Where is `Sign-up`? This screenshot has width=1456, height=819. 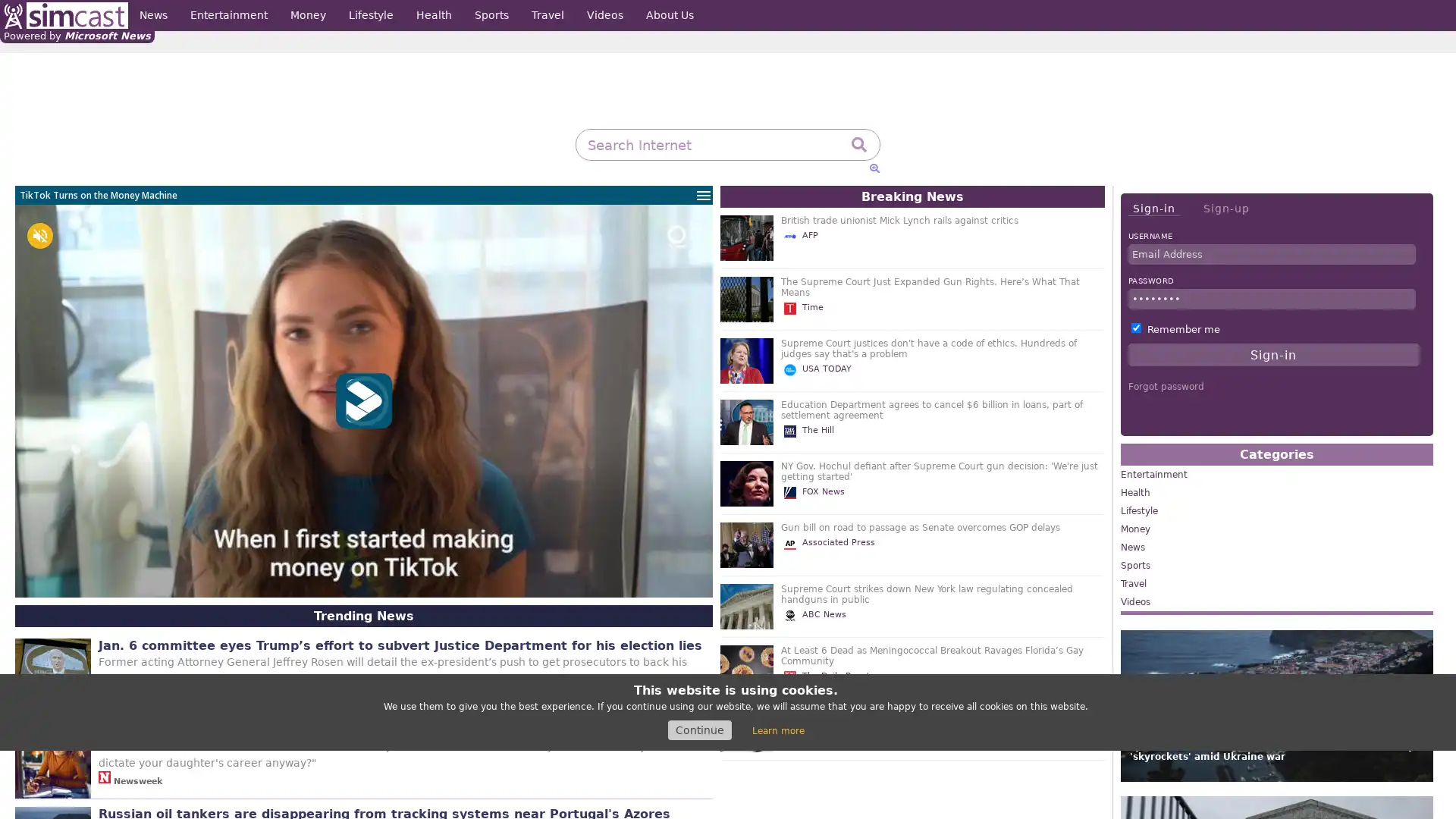 Sign-up is located at coordinates (1225, 208).